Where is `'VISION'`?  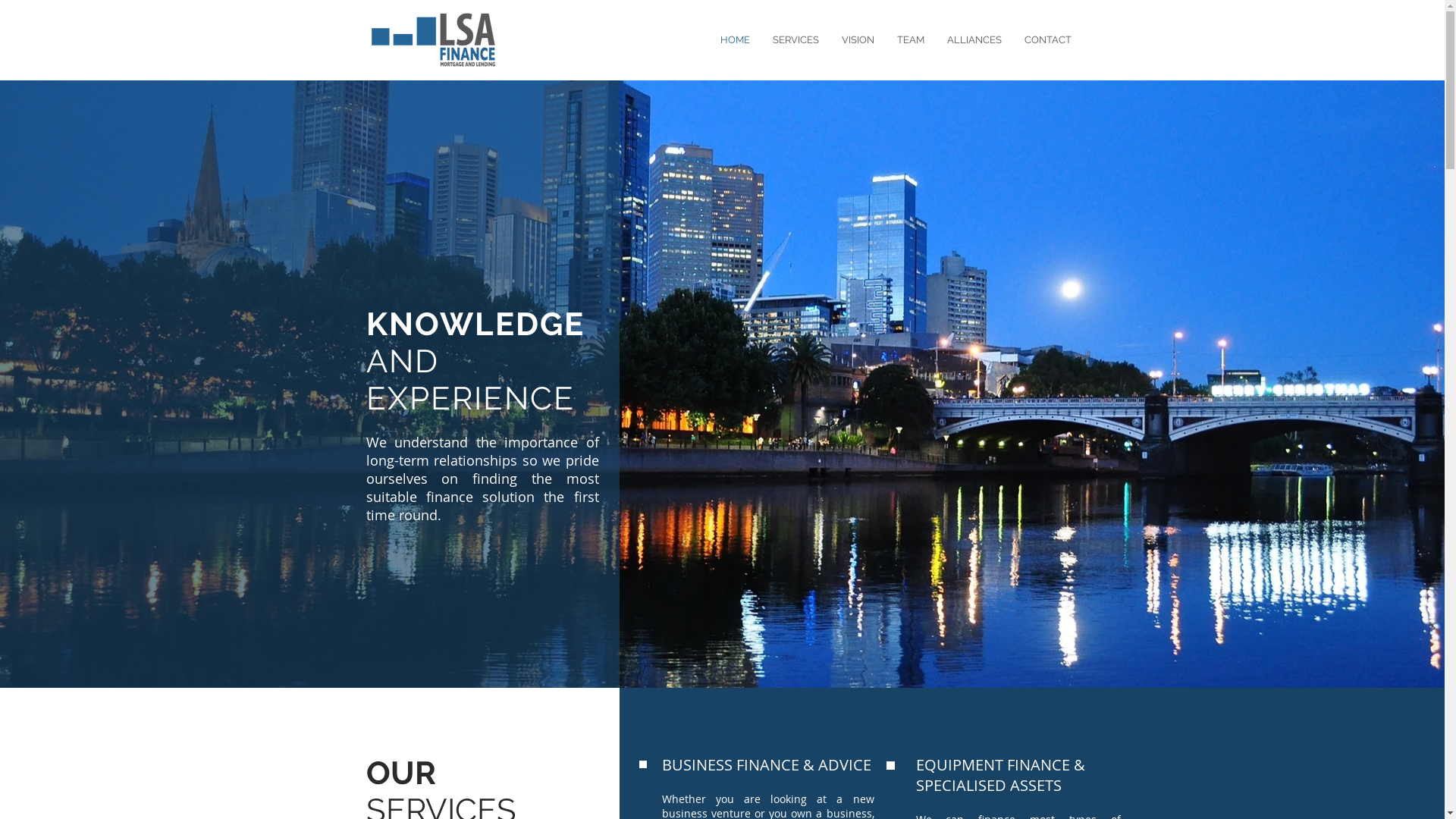
'VISION' is located at coordinates (857, 39).